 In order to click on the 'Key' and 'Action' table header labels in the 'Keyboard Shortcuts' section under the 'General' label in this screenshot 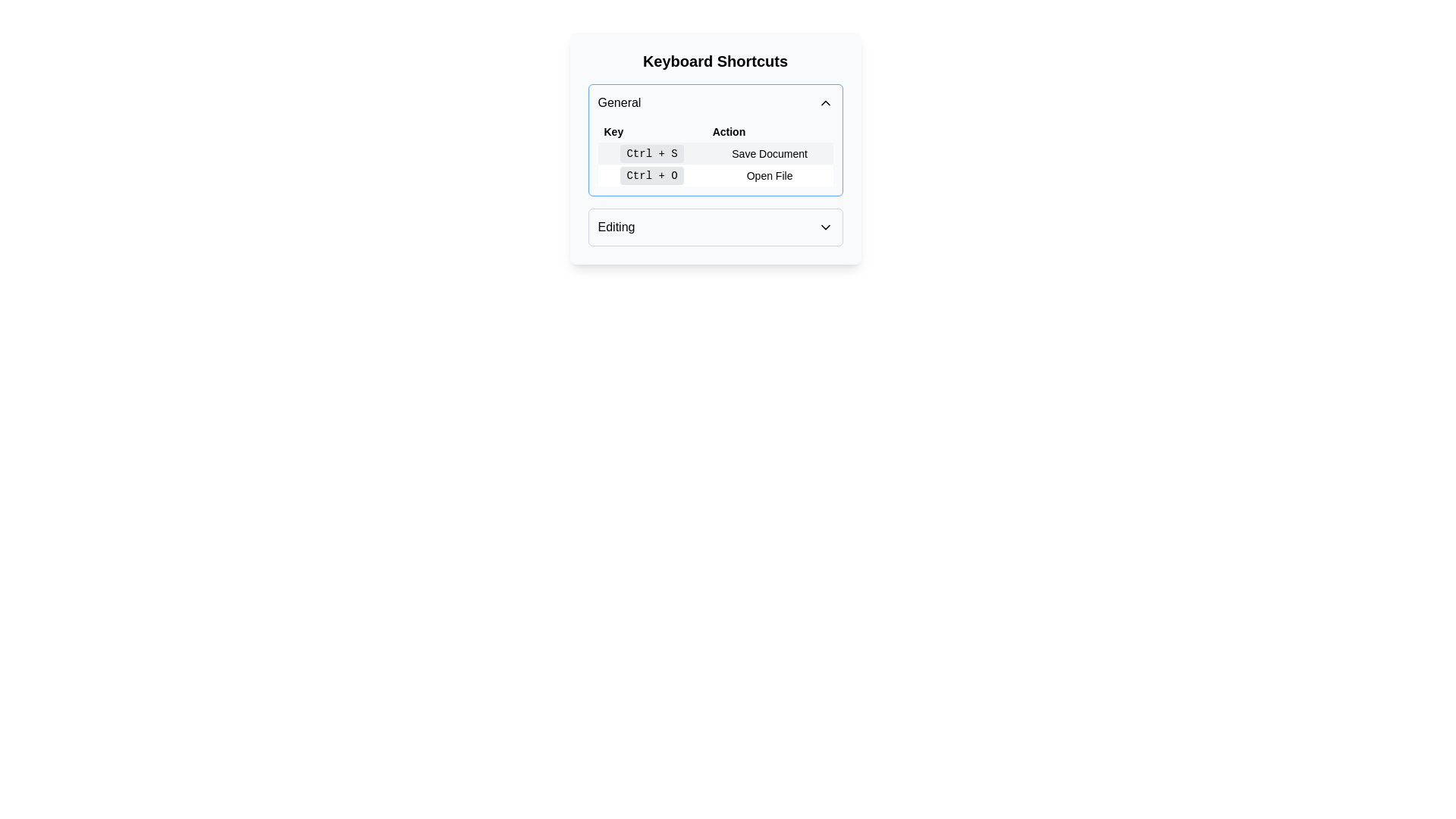, I will do `click(714, 130)`.